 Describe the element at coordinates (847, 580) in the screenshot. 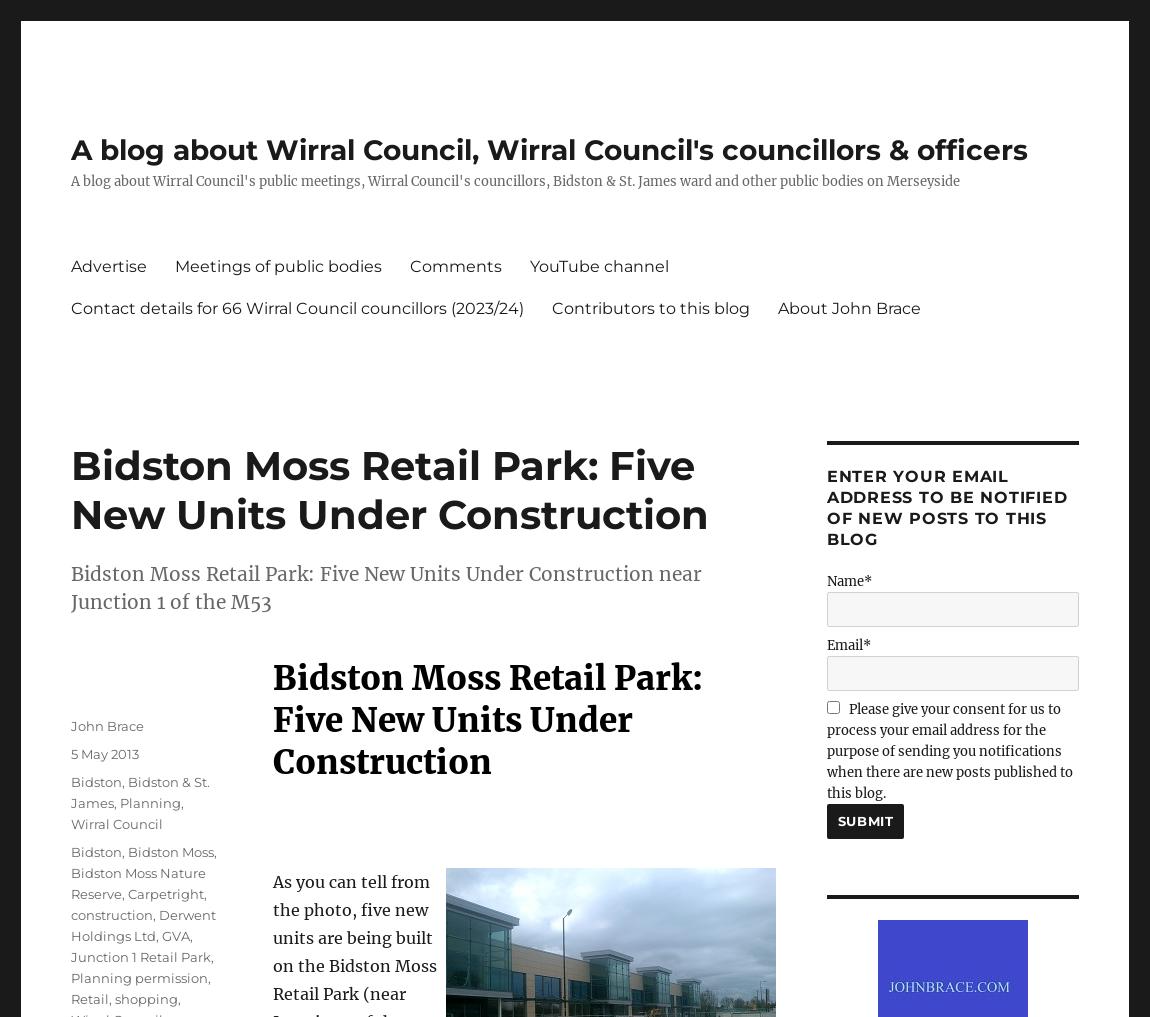

I see `'Name*'` at that location.